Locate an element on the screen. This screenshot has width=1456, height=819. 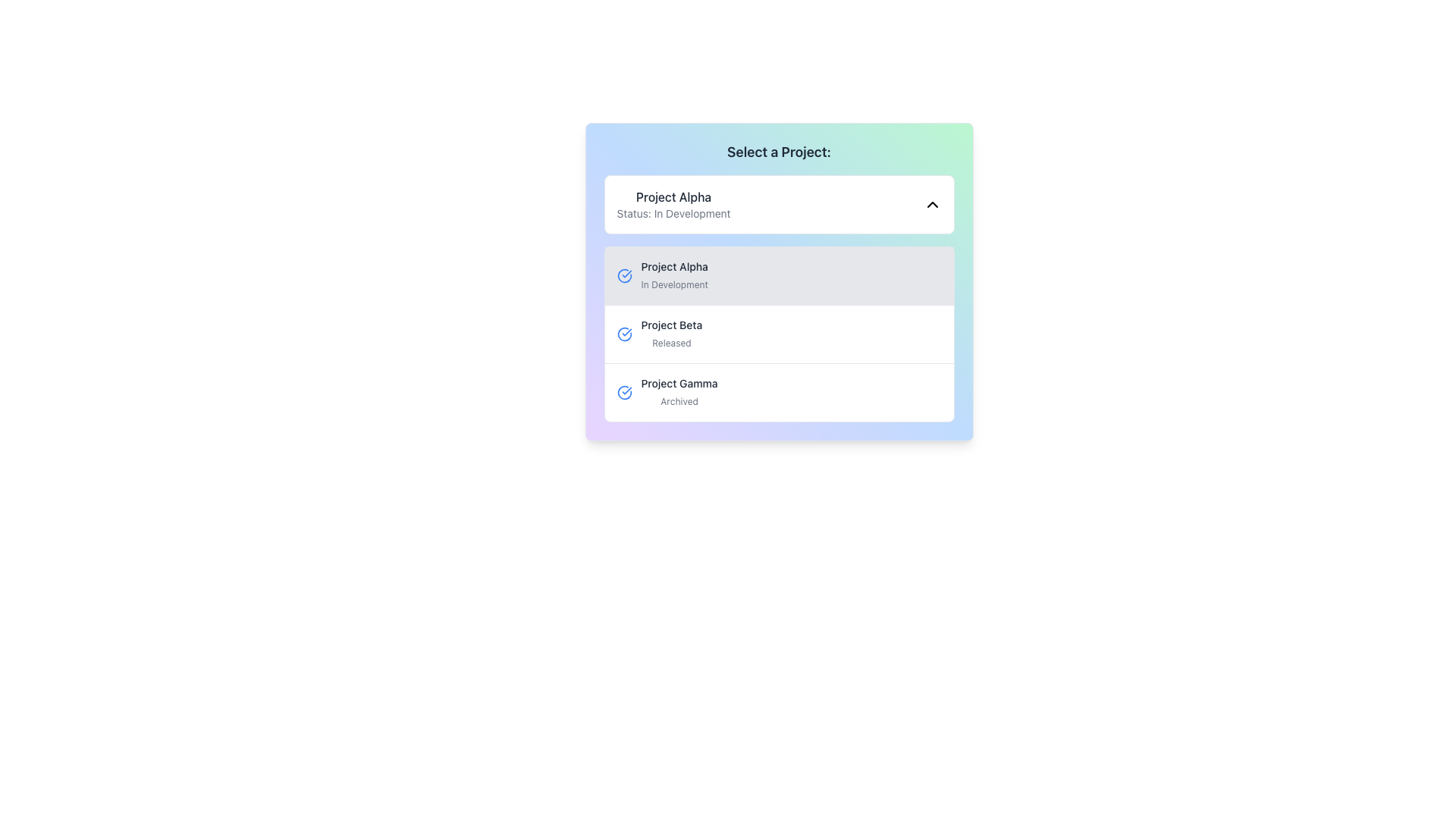
the text label displaying 'Archived' located in the bottom right corner of the project selection list item for 'Project Gamma' is located at coordinates (679, 400).